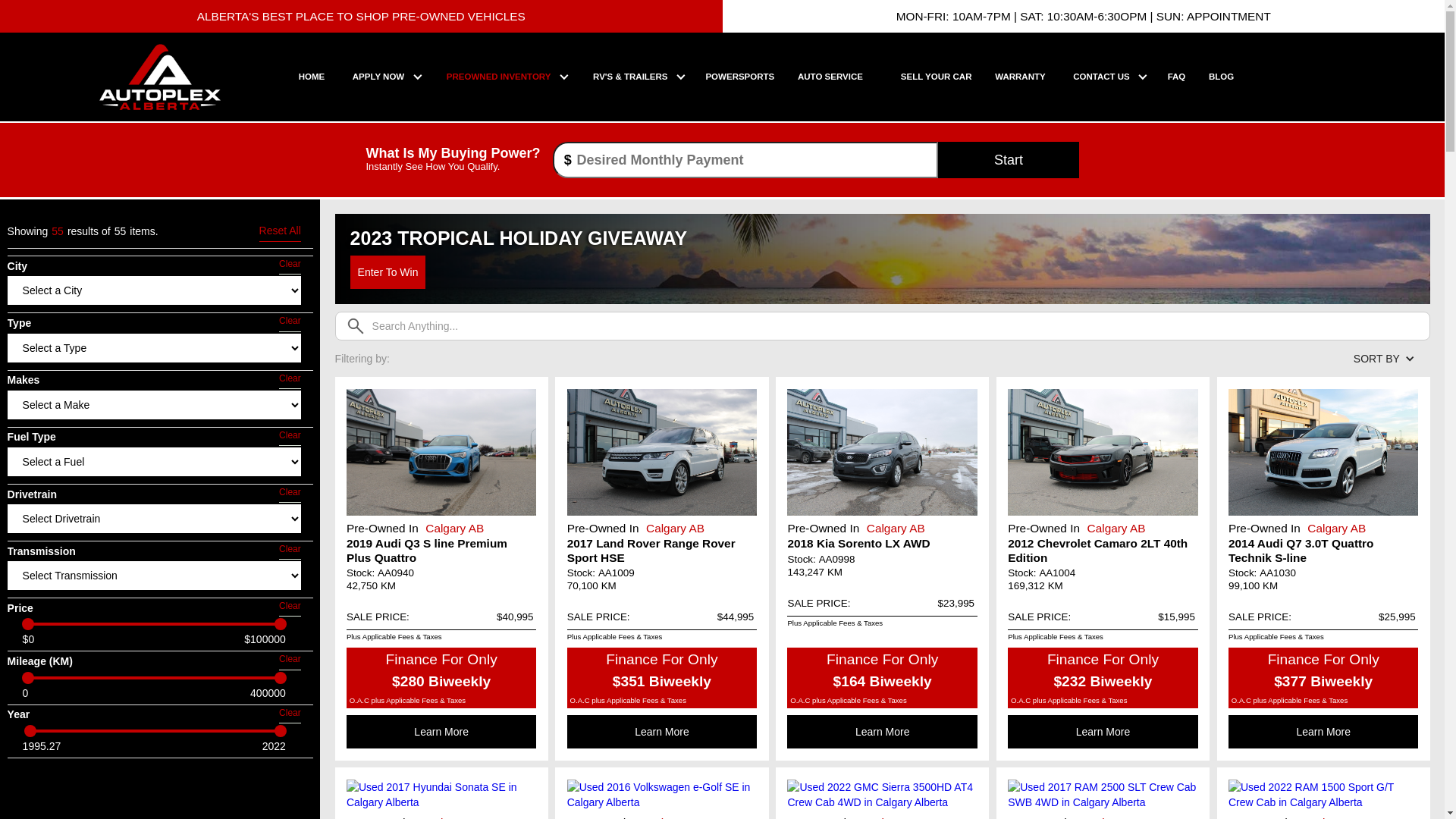  Describe the element at coordinates (881, 730) in the screenshot. I see `'Learn More'` at that location.